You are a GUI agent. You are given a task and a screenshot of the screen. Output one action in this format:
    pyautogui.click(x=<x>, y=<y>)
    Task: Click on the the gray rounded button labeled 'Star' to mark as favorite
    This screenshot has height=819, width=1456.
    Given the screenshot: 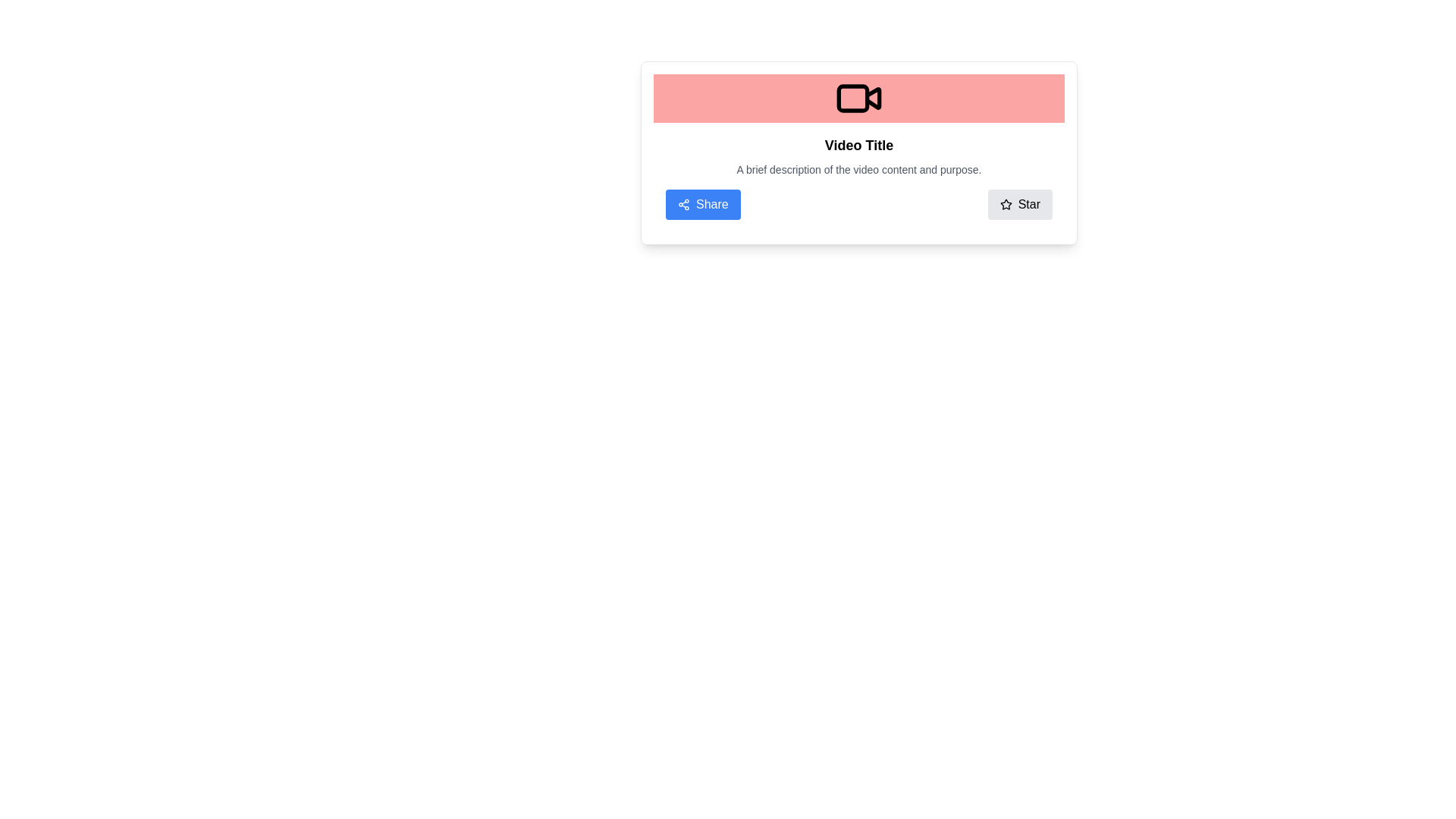 What is the action you would take?
    pyautogui.click(x=1019, y=205)
    